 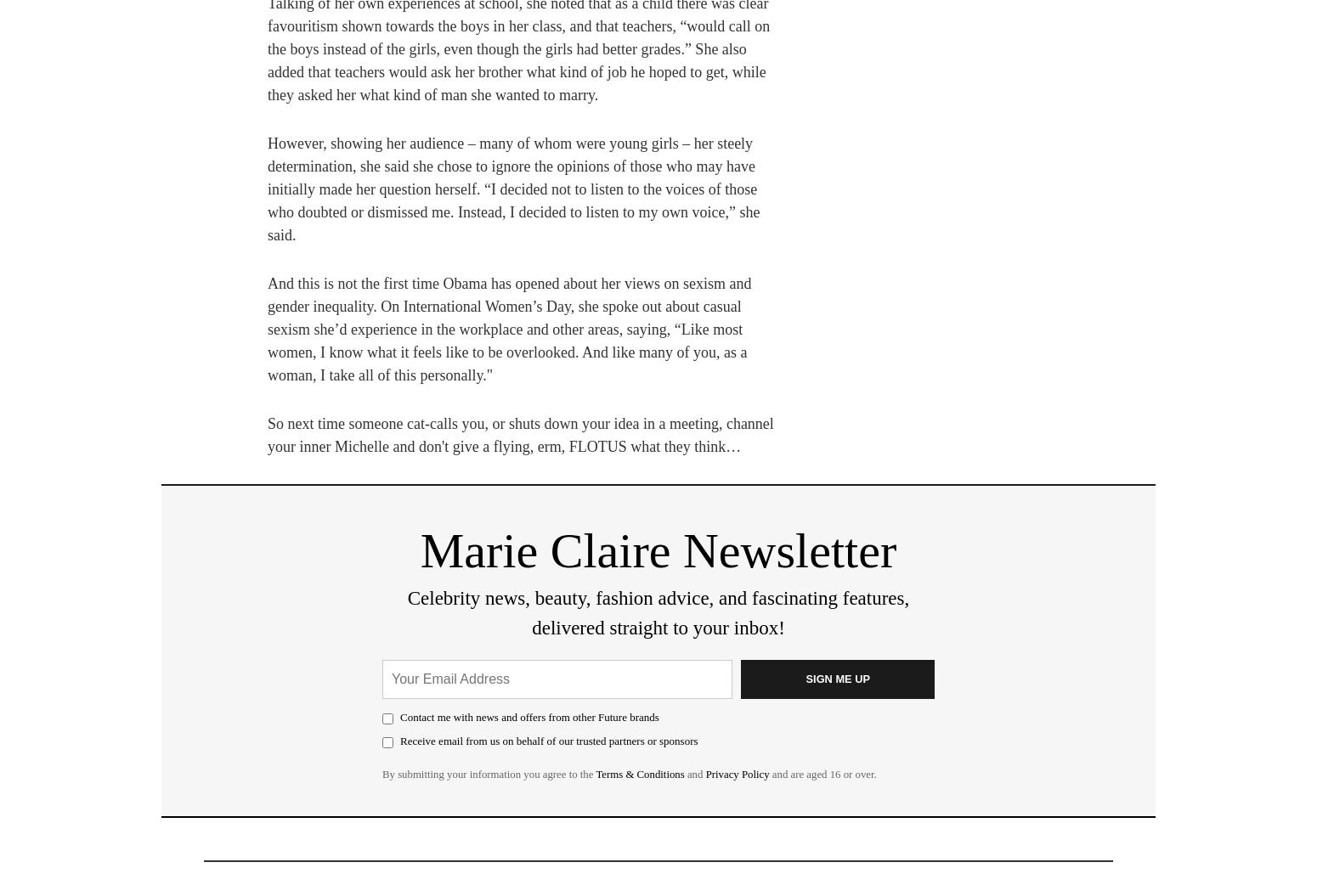 I want to click on 'Marie Claire Newsletter', so click(x=658, y=549).